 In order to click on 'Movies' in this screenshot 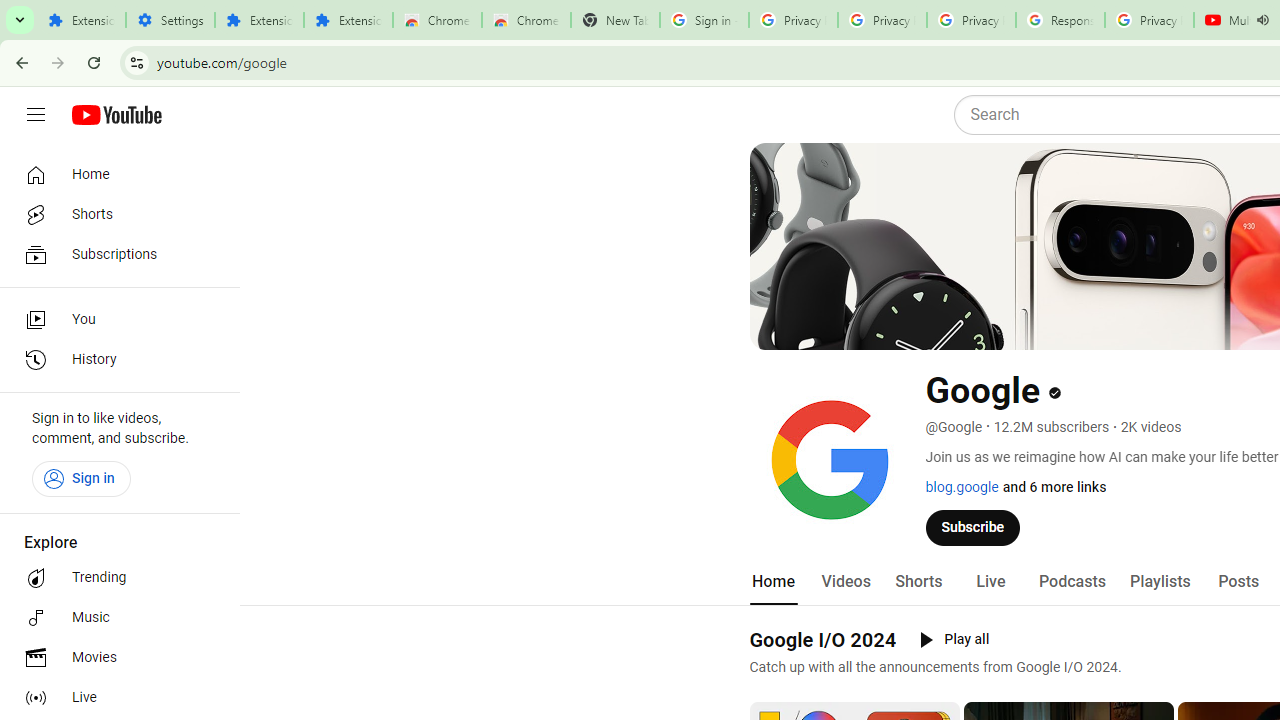, I will do `click(112, 658)`.